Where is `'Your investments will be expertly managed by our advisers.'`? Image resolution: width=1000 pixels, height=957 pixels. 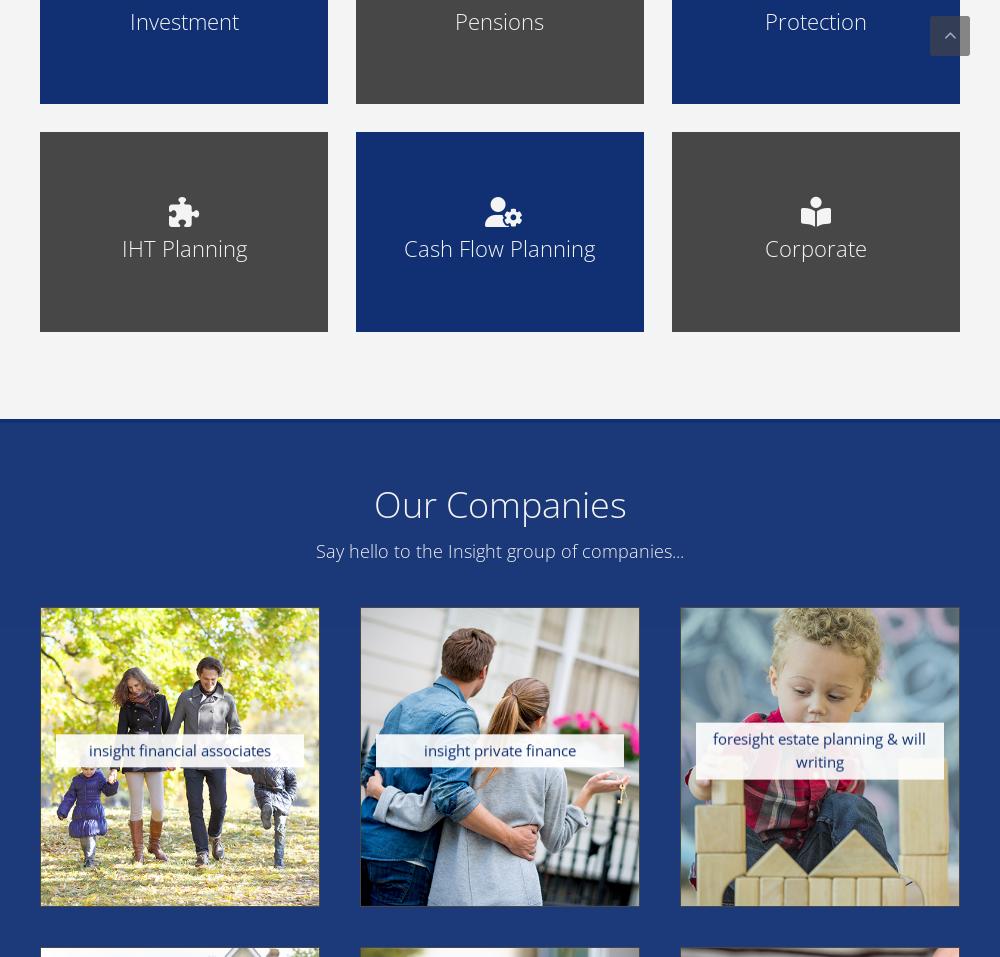 'Your investments will be expertly managed by our advisers.' is located at coordinates (184, 568).